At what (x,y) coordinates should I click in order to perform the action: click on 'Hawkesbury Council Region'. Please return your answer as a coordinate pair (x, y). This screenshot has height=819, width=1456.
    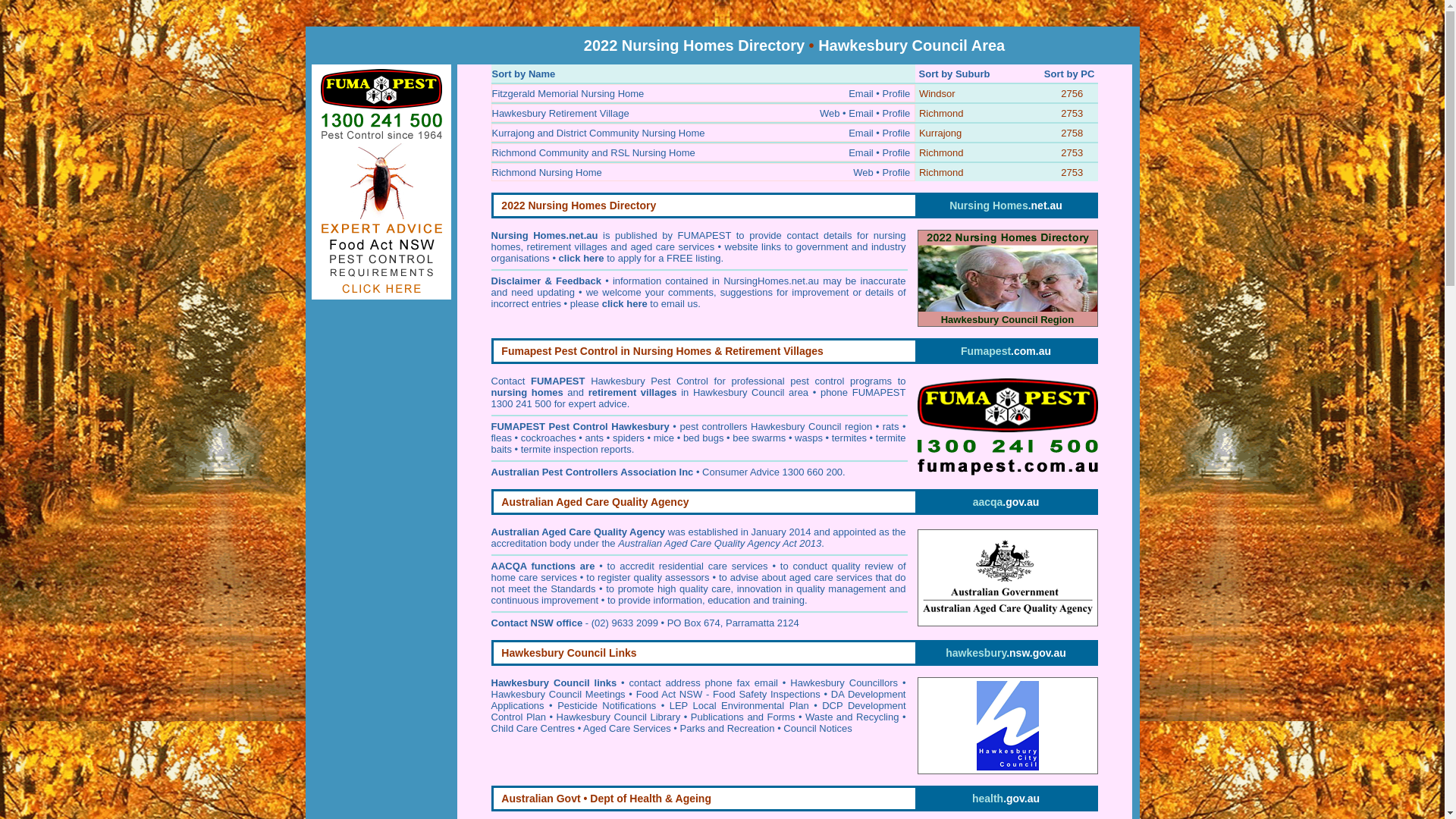
    Looking at the image, I should click on (1008, 278).